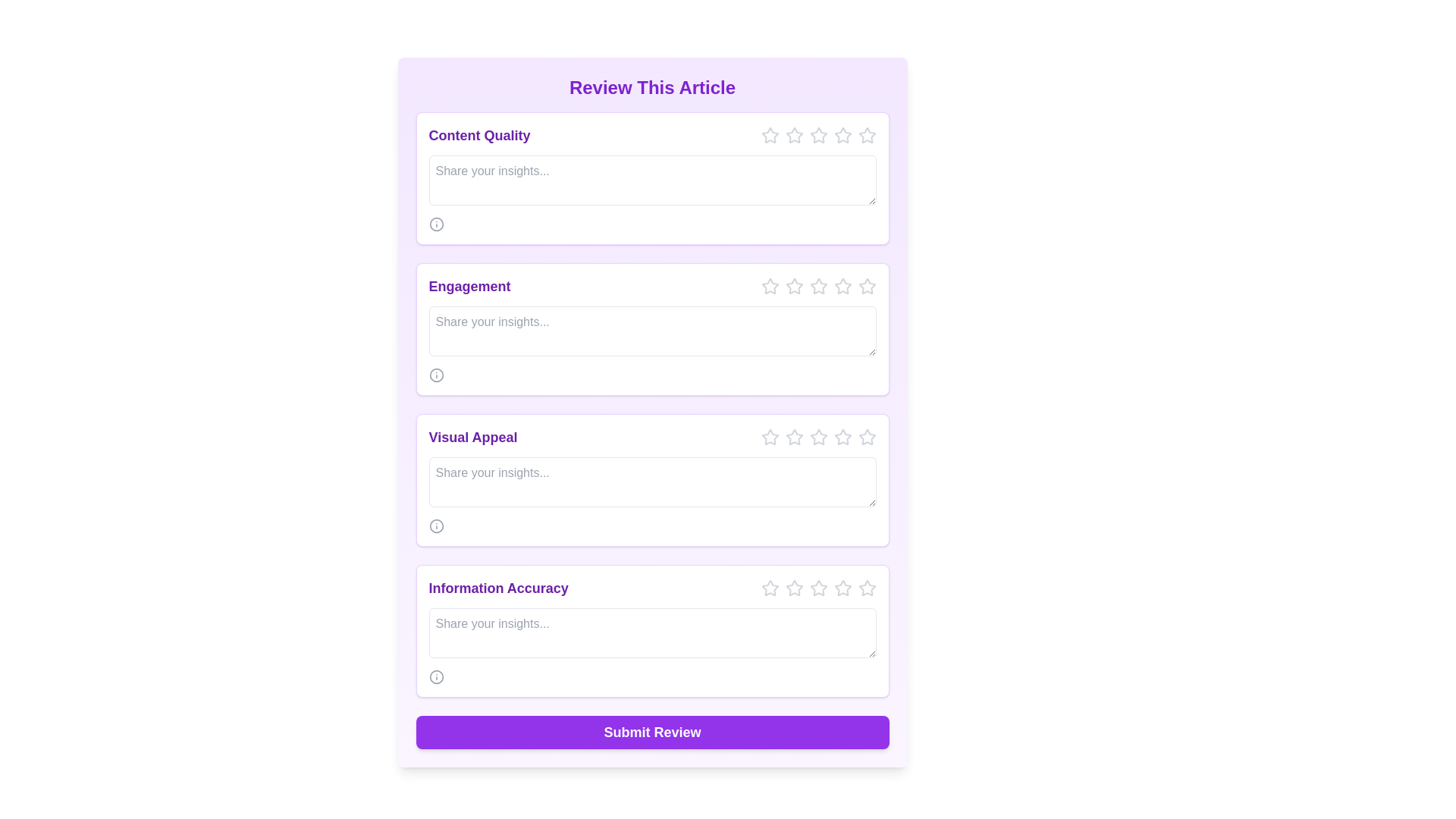 Image resolution: width=1456 pixels, height=819 pixels. What do you see at coordinates (435, 526) in the screenshot?
I see `the innermost circle of the SVG graphical element representing an informational icon located in the 'Visual Appeal' section, below the user feedback text input box` at bounding box center [435, 526].